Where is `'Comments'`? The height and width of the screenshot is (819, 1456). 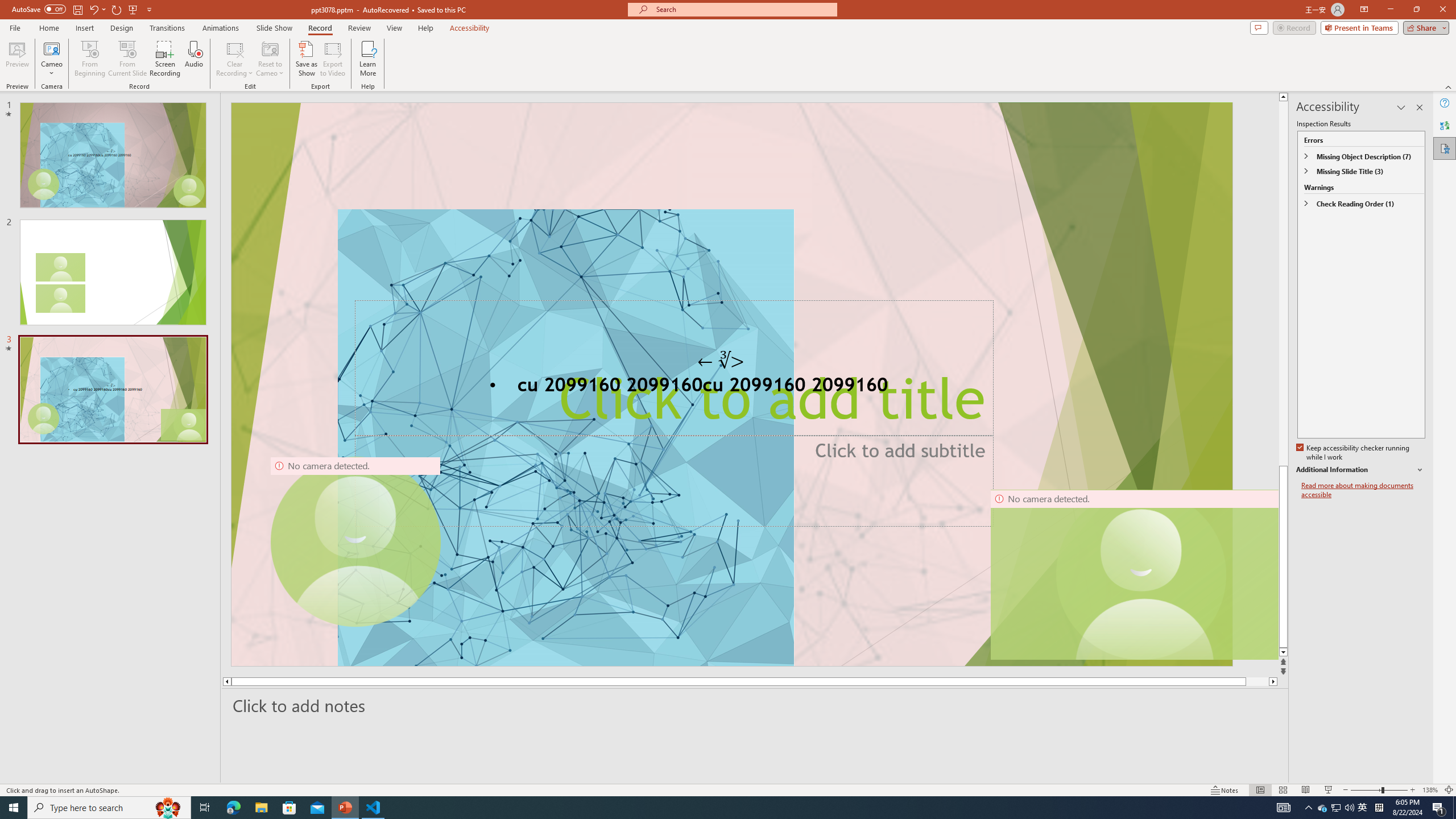 'Comments' is located at coordinates (1259, 27).